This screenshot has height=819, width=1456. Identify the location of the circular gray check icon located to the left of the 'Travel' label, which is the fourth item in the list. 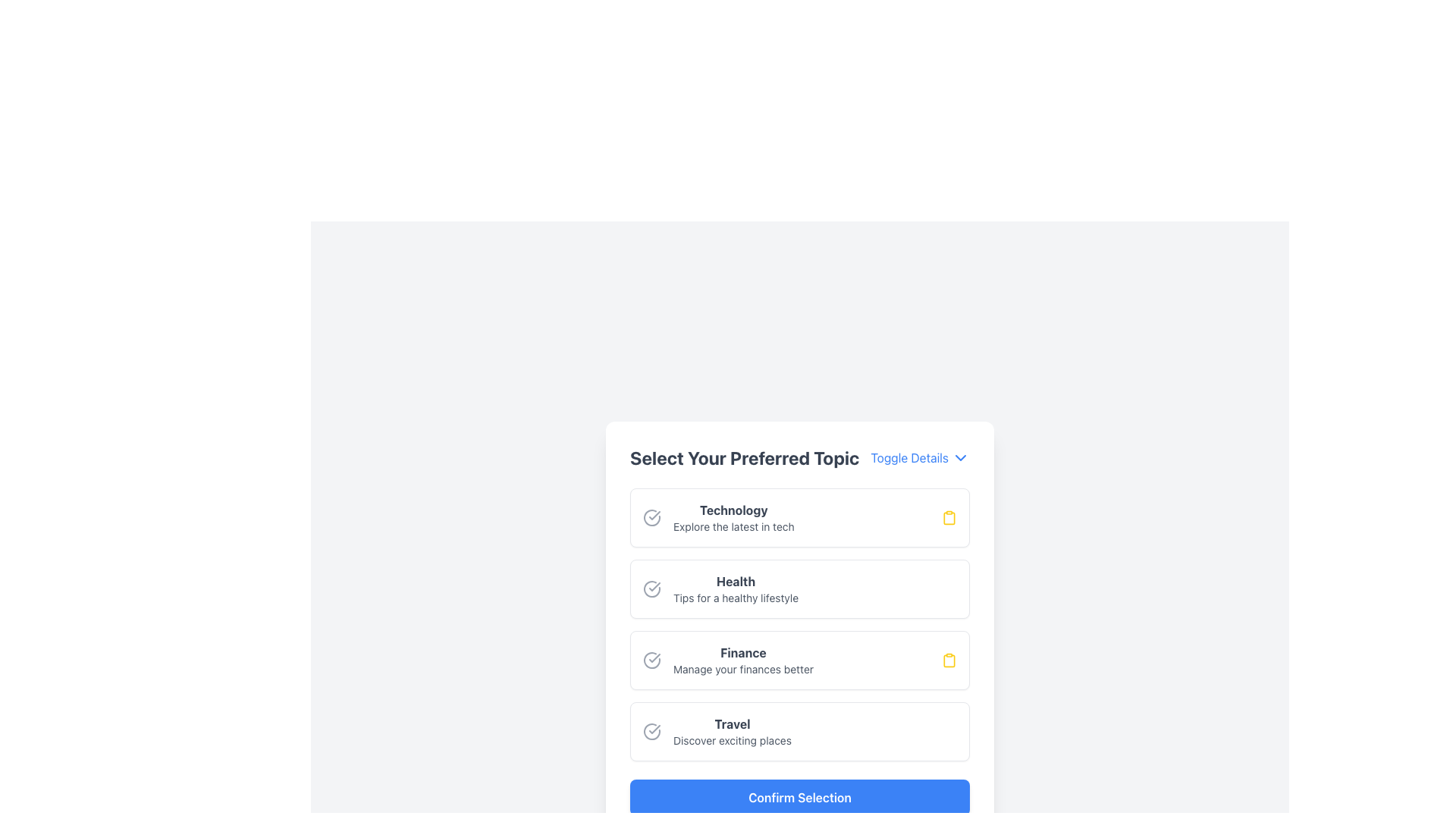
(651, 730).